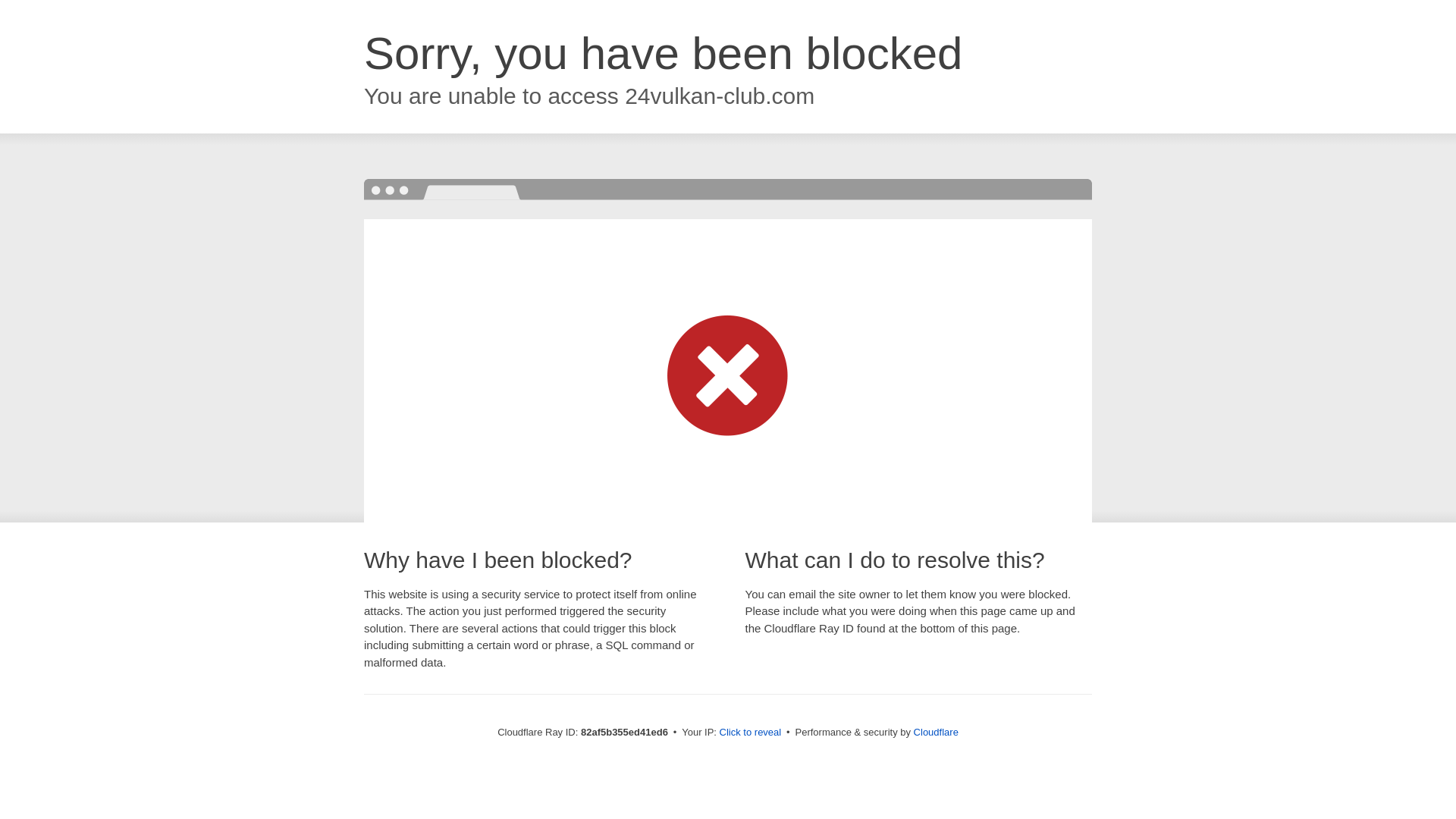 Image resolution: width=1456 pixels, height=819 pixels. Describe the element at coordinates (719, 731) in the screenshot. I see `'Click to reveal'` at that location.